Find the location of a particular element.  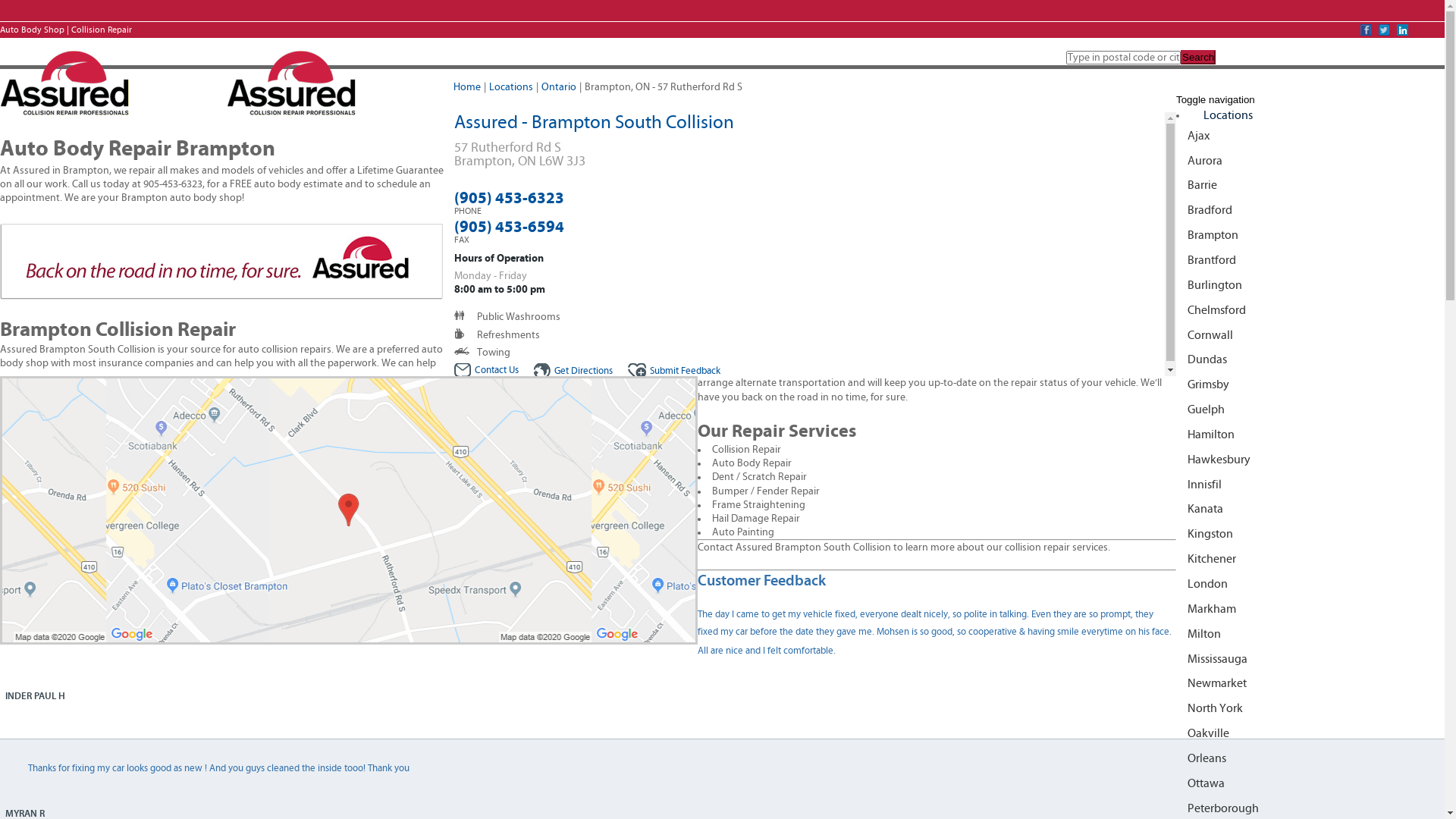

'Locations' is located at coordinates (1228, 114).